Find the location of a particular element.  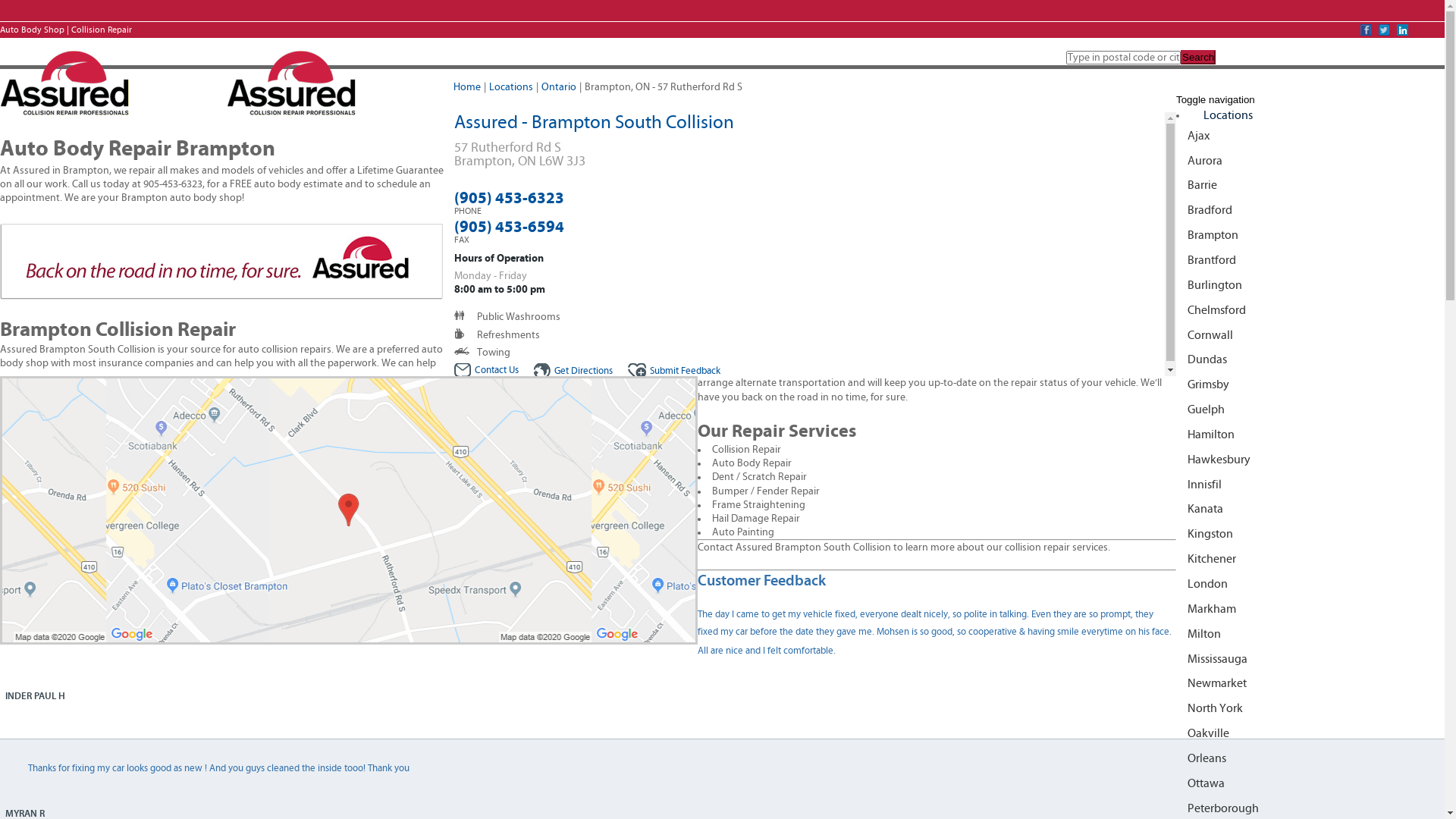

'Locations' is located at coordinates (1228, 114).